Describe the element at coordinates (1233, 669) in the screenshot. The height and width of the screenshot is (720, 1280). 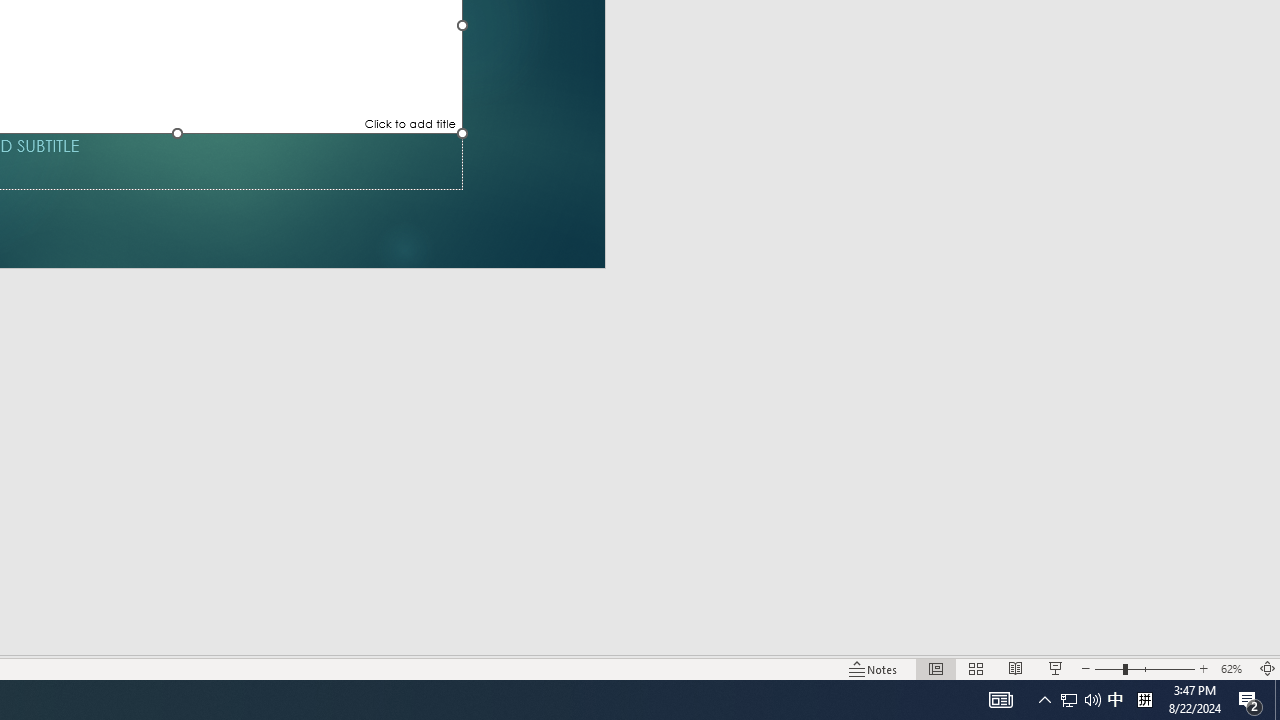
I see `'Zoom 62%'` at that location.